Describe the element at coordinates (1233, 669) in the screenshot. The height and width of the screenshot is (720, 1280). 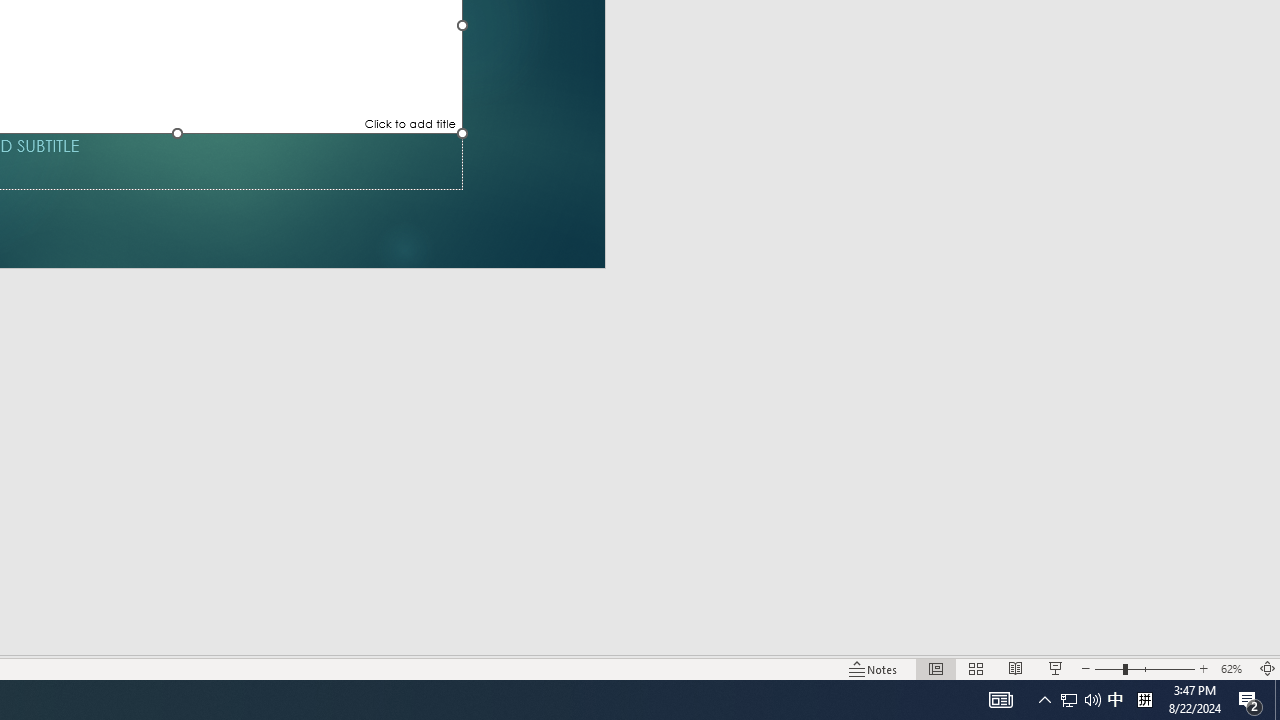
I see `'Zoom 62%'` at that location.